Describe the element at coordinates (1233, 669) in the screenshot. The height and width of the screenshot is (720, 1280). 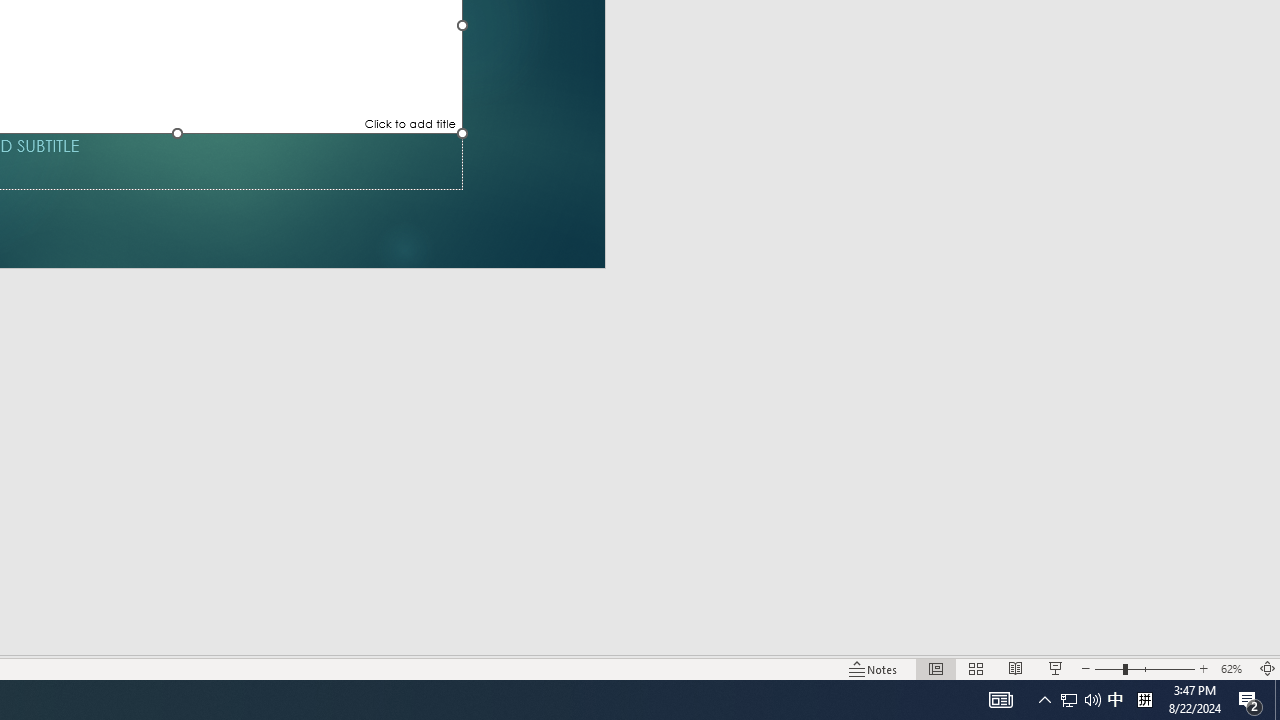
I see `'Zoom 62%'` at that location.